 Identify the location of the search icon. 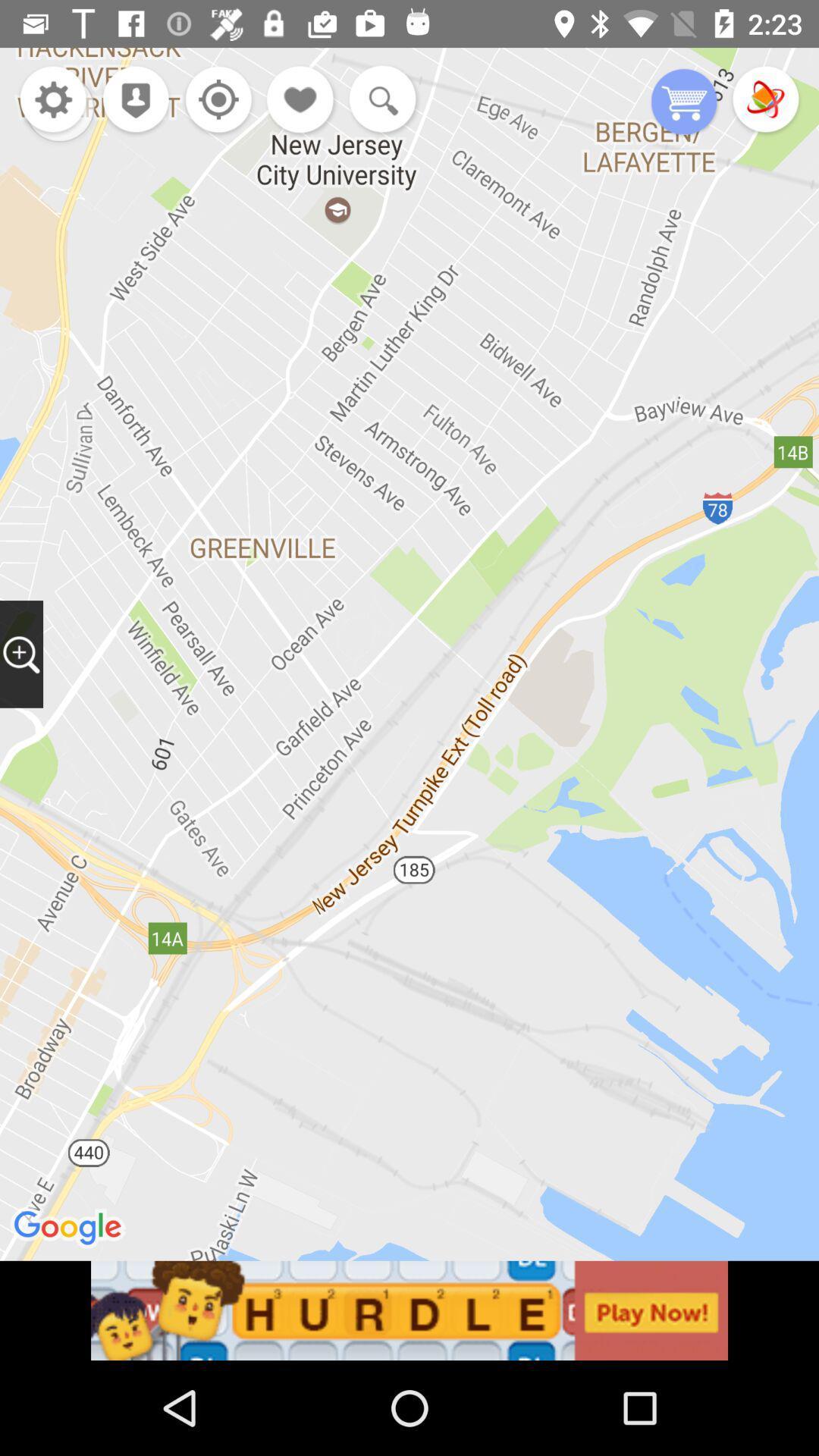
(378, 100).